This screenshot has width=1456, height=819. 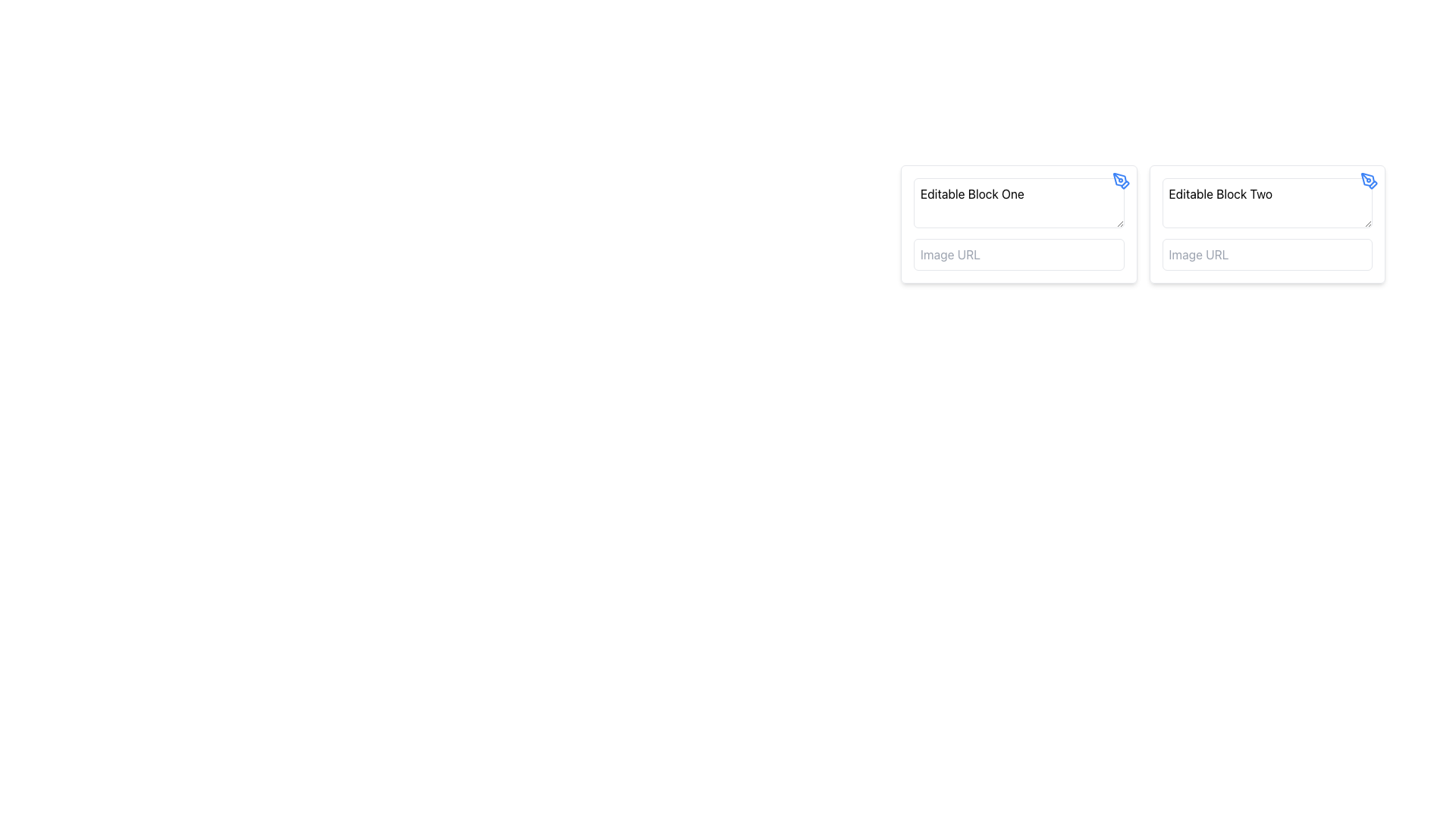 I want to click on the small blue pen tool icon located in the top-right corner of the Editable Block One box, so click(x=1121, y=180).